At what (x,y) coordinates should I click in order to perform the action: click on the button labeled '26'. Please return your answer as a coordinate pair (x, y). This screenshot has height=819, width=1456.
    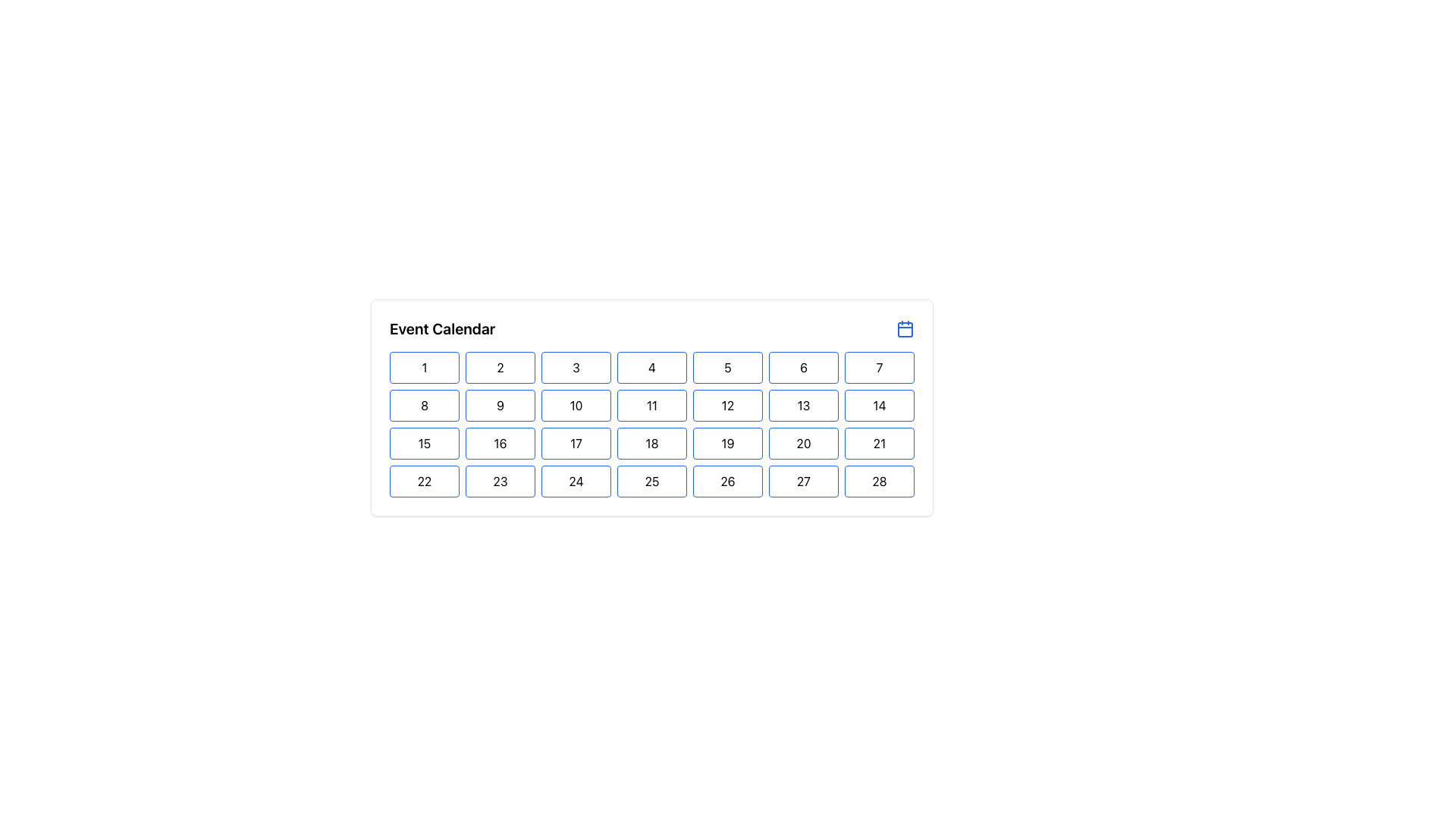
    Looking at the image, I should click on (728, 482).